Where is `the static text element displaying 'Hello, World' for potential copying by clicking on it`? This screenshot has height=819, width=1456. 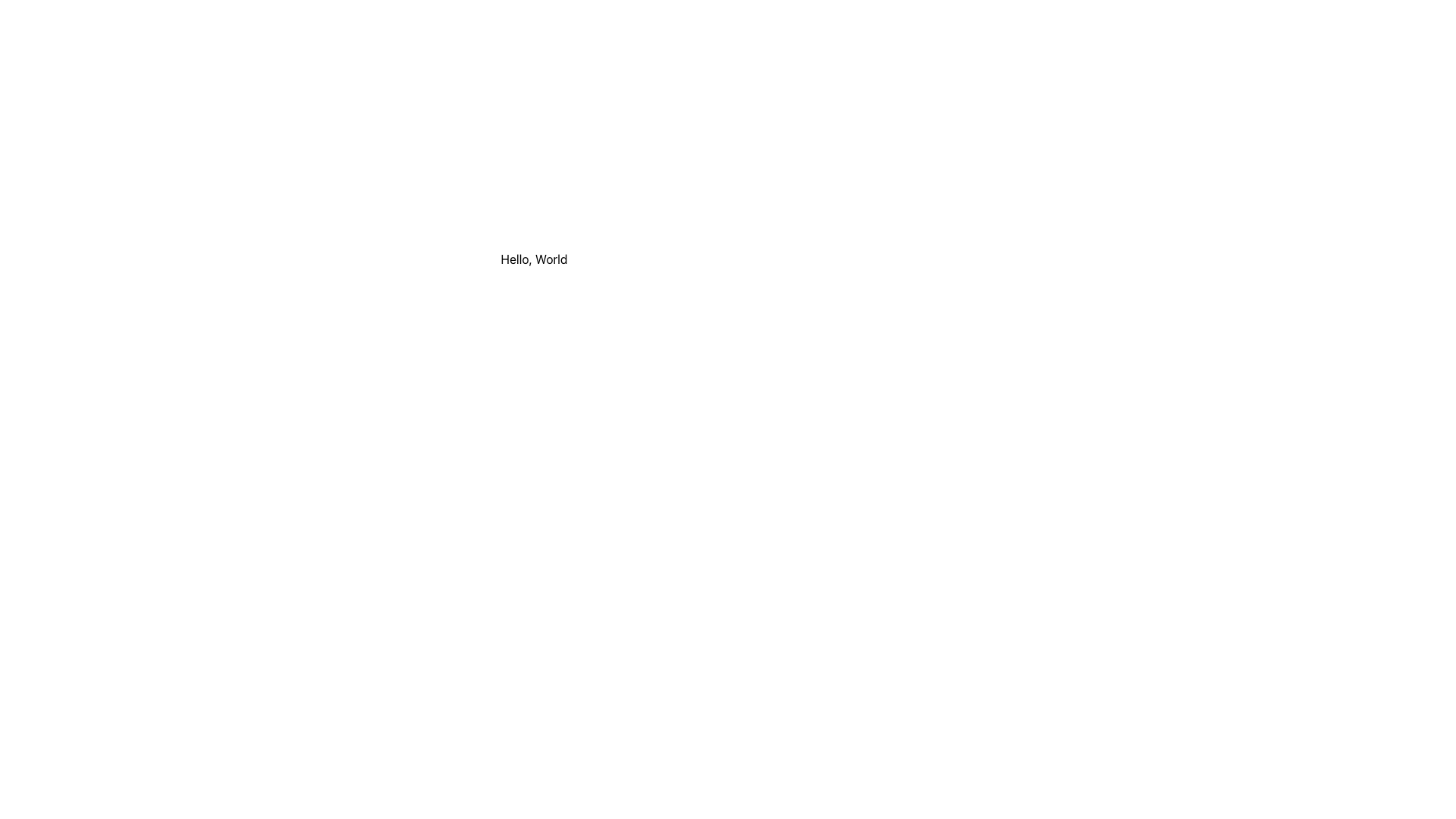 the static text element displaying 'Hello, World' for potential copying by clicking on it is located at coordinates (534, 259).